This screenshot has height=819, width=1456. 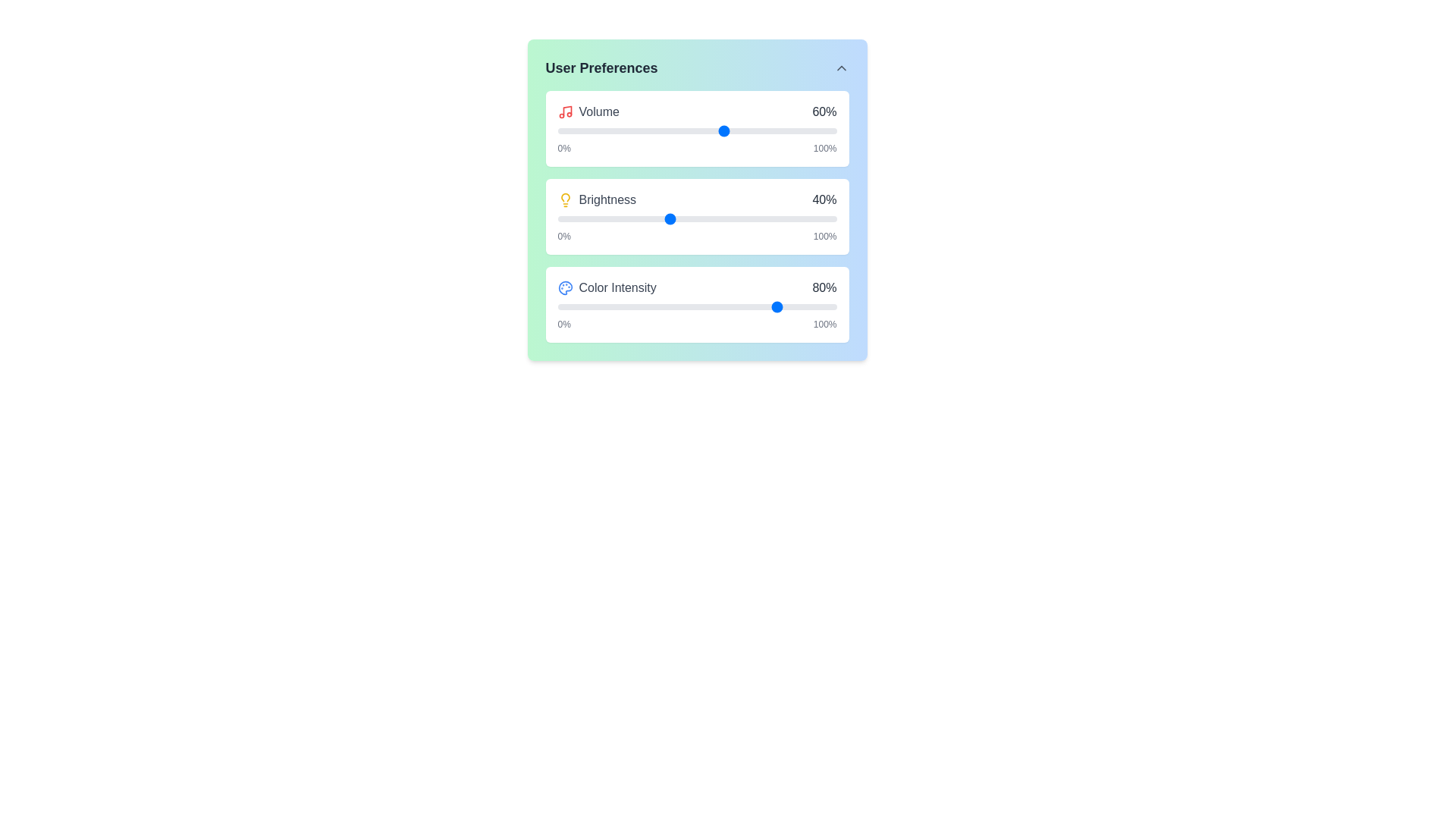 I want to click on the Static Text Indicator displaying '0%' and '100%' percentages located beneath the interactive slider in the 'Volume' section of the 'User Preferences' card, so click(x=696, y=149).